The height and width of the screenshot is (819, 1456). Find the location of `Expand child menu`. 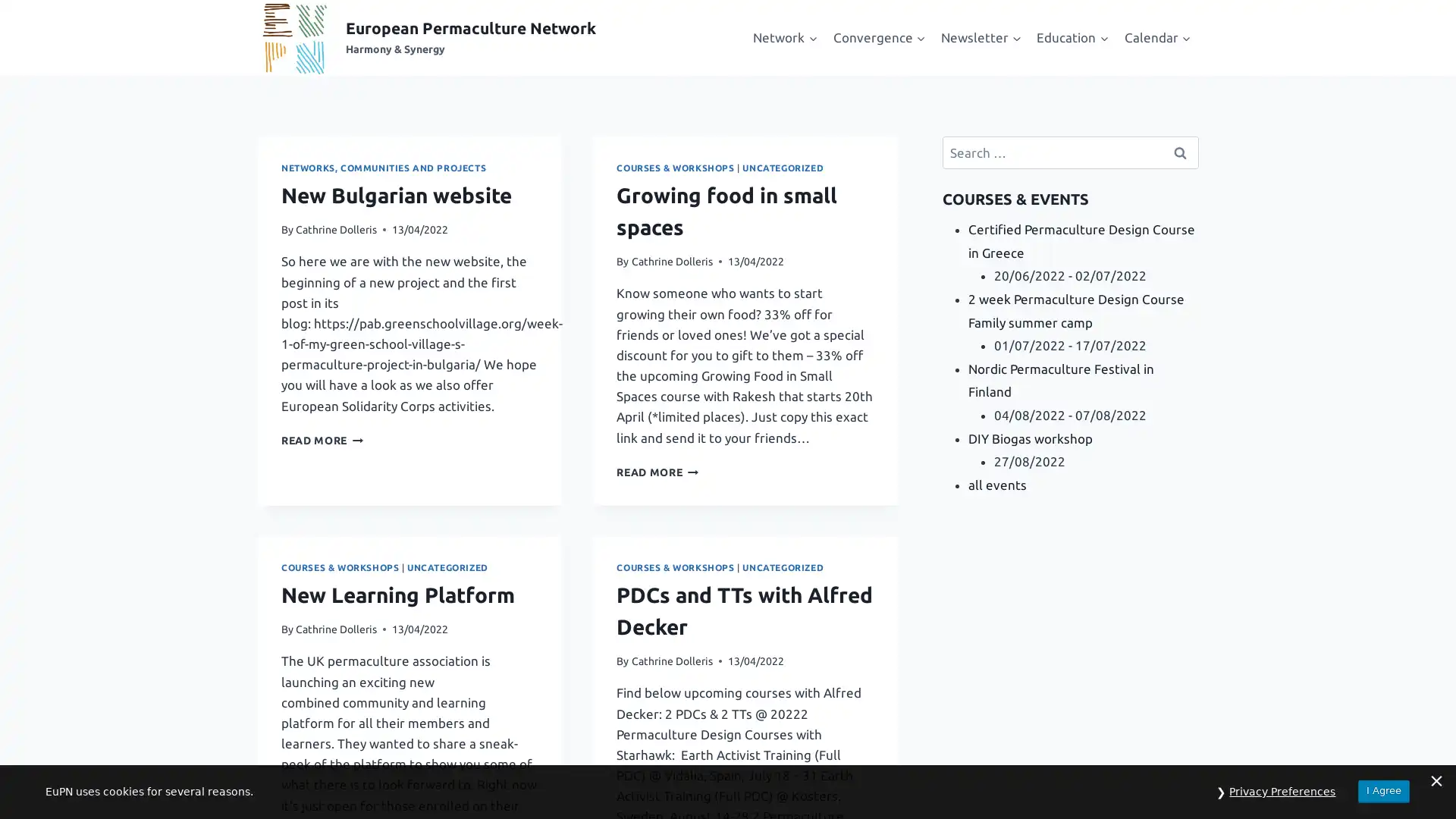

Expand child menu is located at coordinates (1072, 36).